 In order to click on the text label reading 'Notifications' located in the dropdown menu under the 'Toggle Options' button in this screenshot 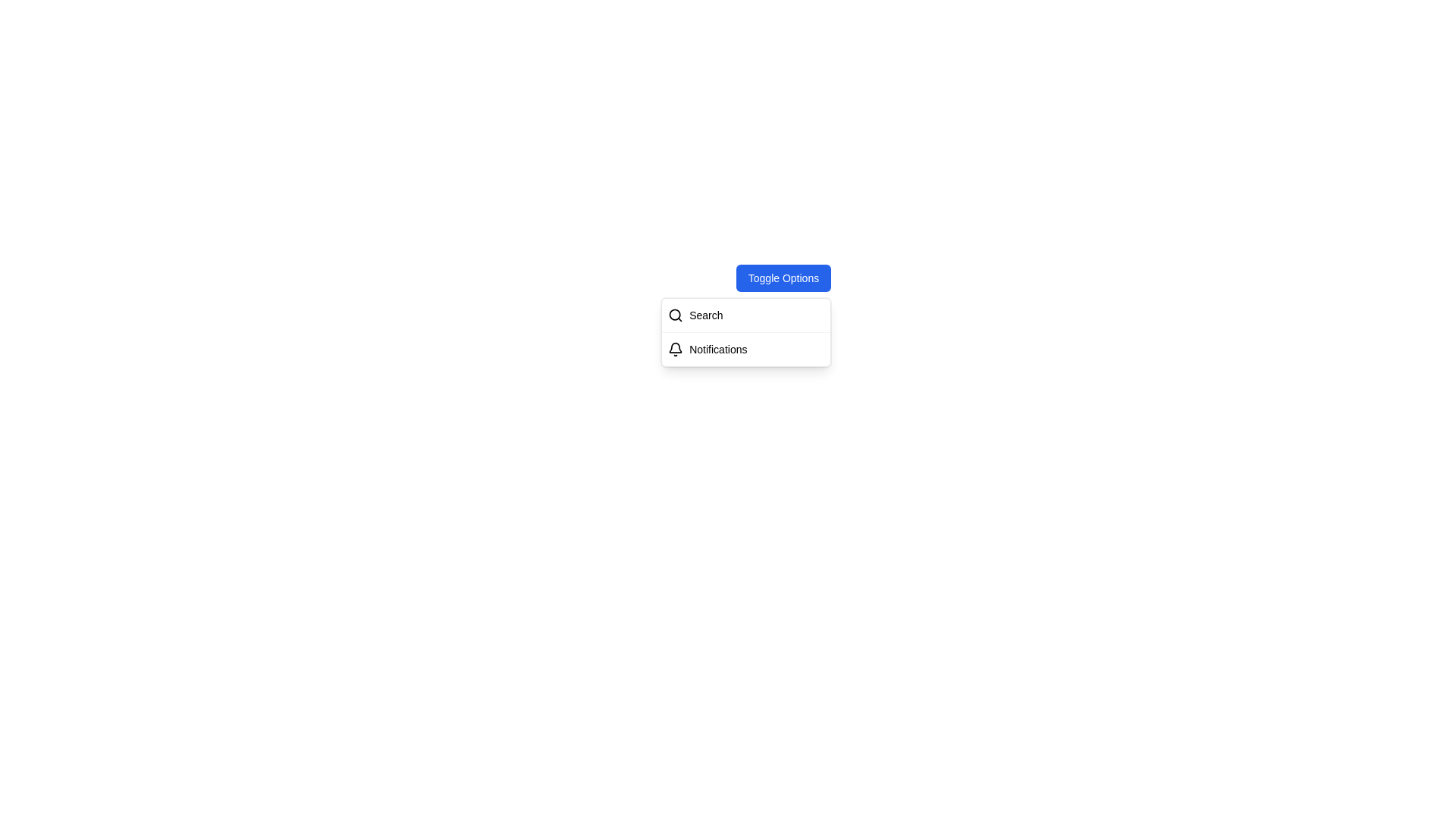, I will do `click(717, 350)`.